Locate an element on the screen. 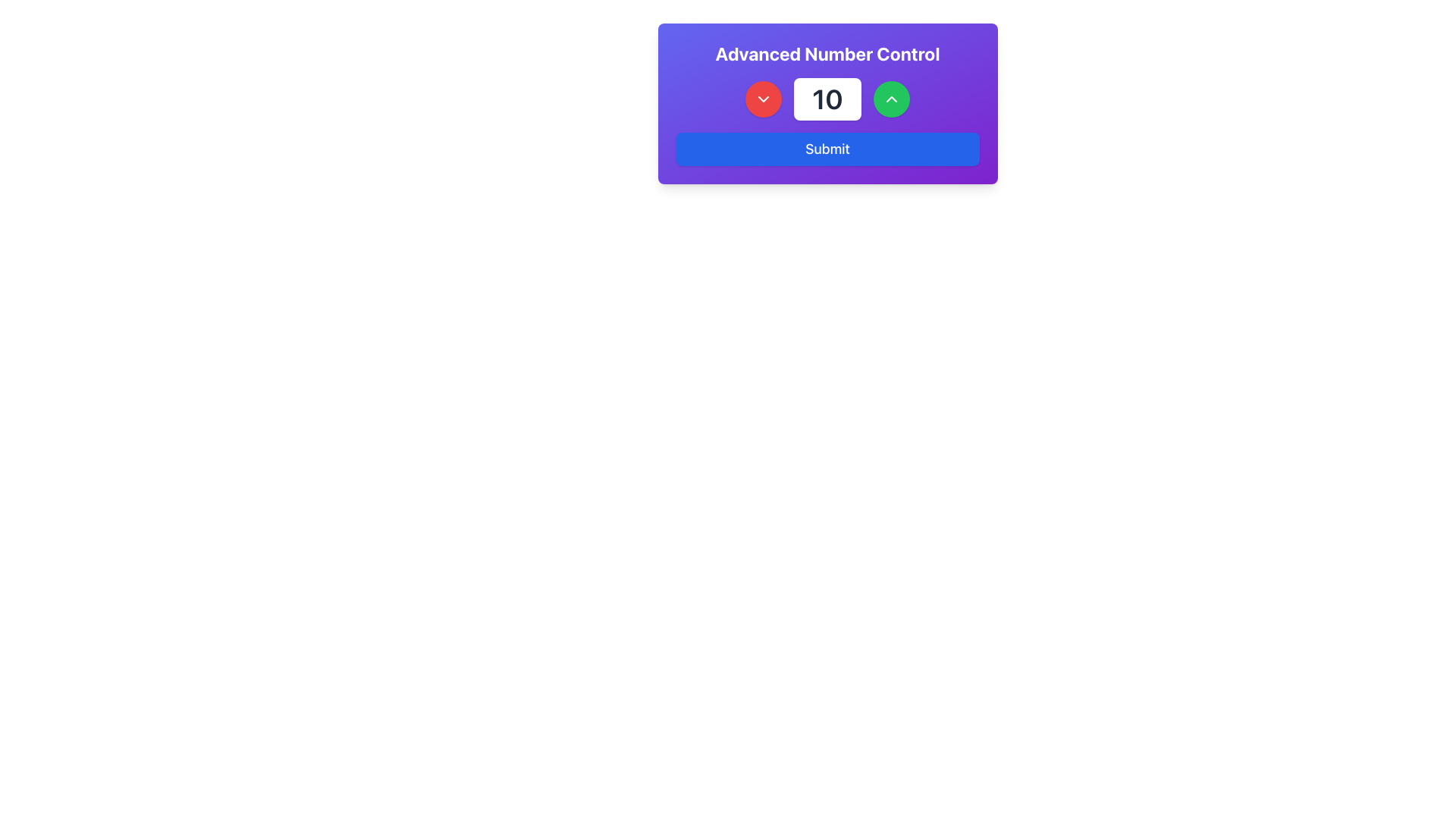  the small upward-pointing chevron icon with a green background circle and black outline, located within the interactive control panel on the right side of the input field displaying the number is located at coordinates (891, 99).